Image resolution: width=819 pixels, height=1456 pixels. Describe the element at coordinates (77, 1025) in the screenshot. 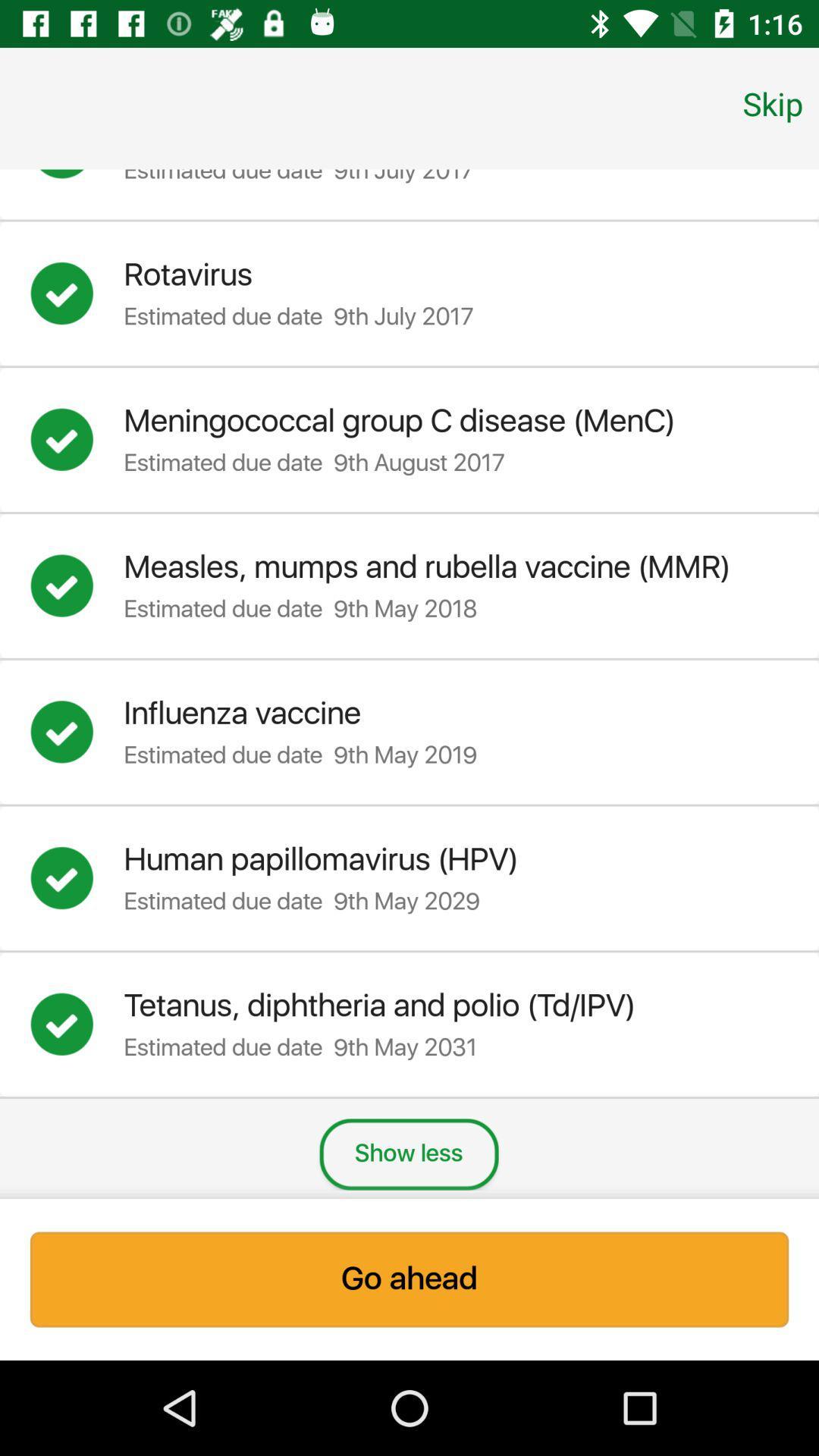

I see `ok` at that location.